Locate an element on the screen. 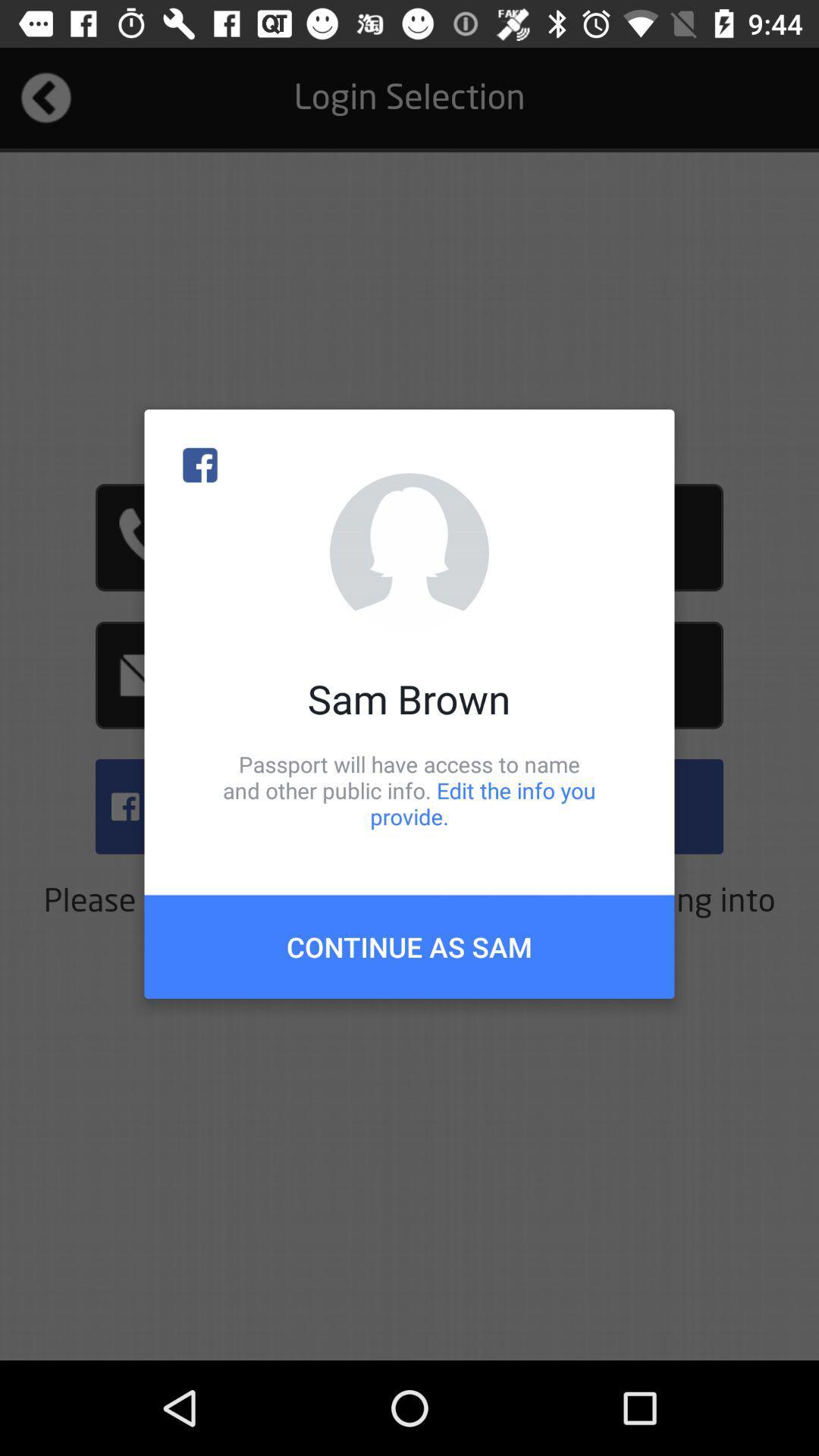 Image resolution: width=819 pixels, height=1456 pixels. the icon below the passport will have icon is located at coordinates (409, 946).